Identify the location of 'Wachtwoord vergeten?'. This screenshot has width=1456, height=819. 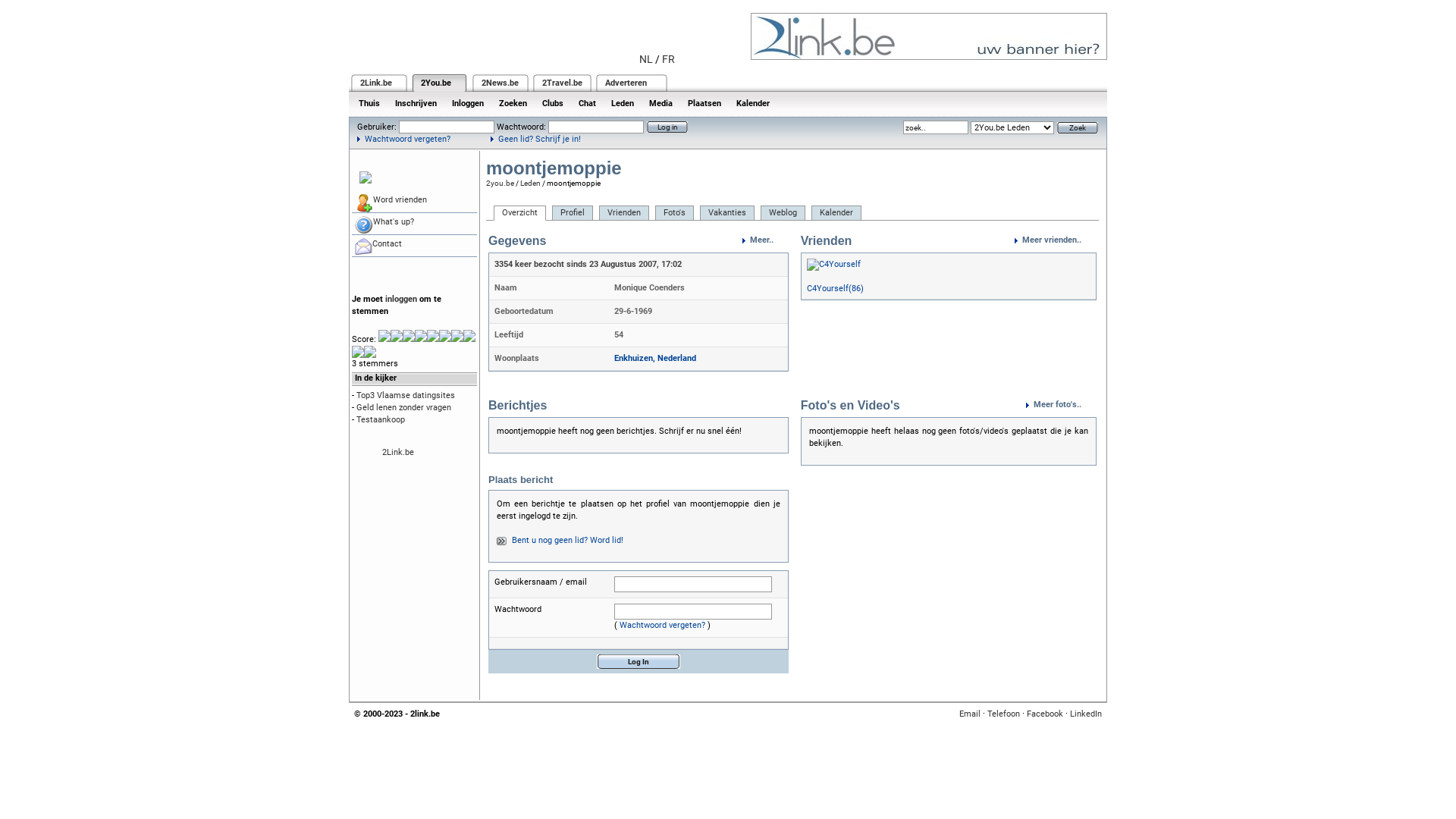
(403, 139).